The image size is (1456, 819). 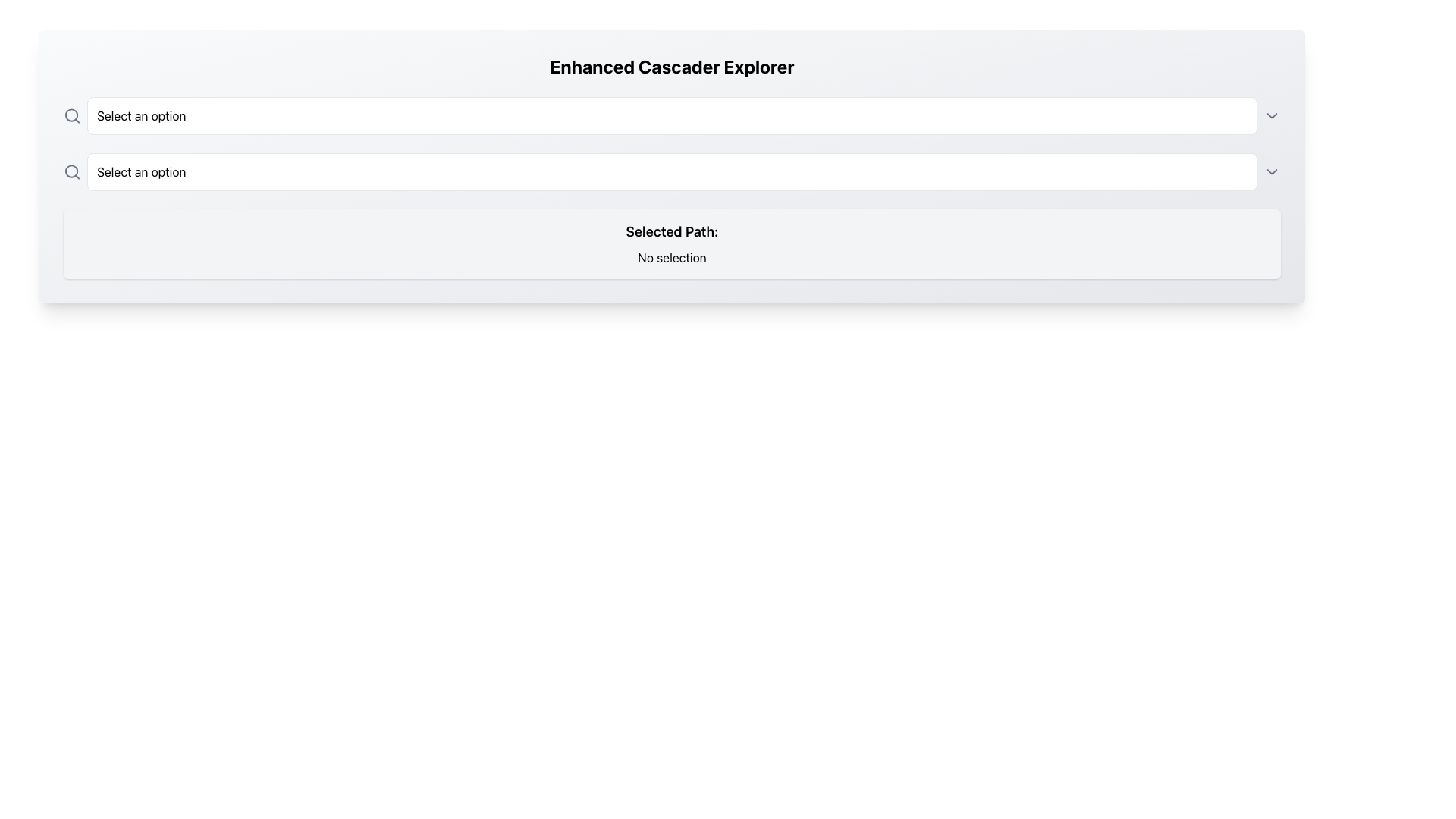 What do you see at coordinates (71, 171) in the screenshot?
I see `the circular SVG element representing the search function located on the left side of the second input field` at bounding box center [71, 171].